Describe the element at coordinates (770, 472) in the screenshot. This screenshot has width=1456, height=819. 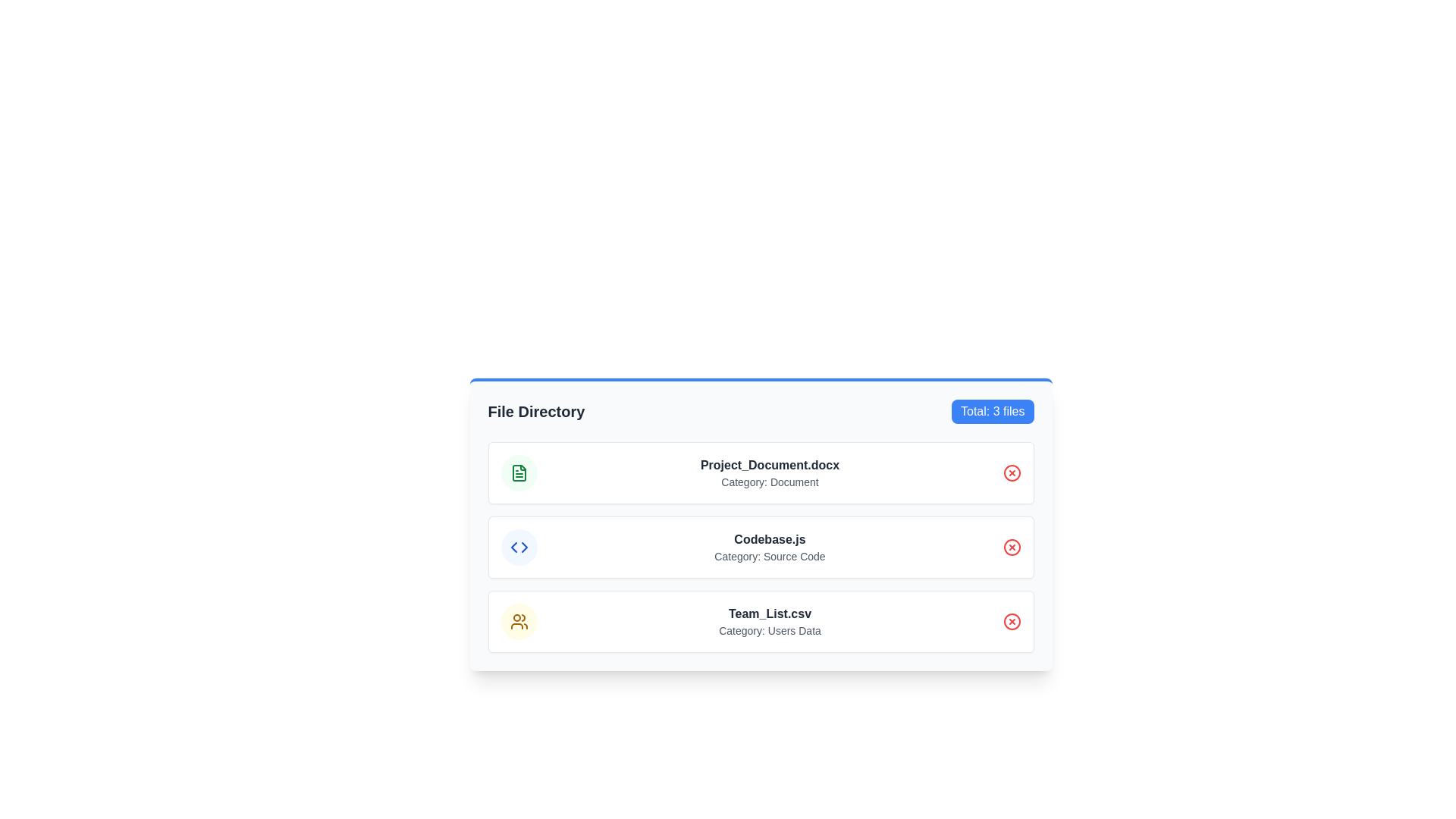
I see `the label representing the file entry, which is the first item in a vertically stacked list` at that location.